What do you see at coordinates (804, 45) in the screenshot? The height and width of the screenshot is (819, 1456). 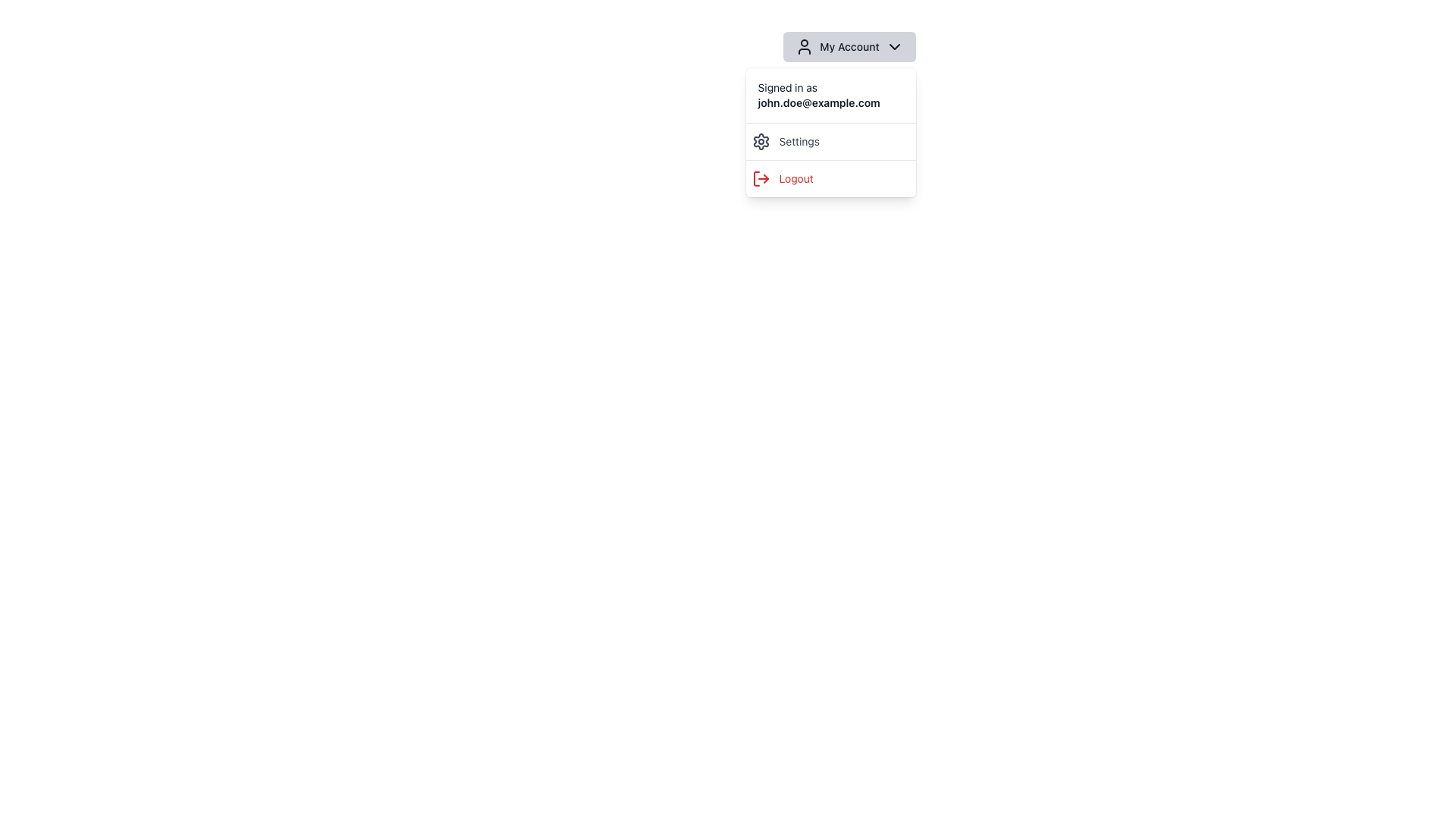 I see `the user icon located to the left of the 'My Account' button, which is represented by a circular head shape with a semi-circular body below` at bounding box center [804, 45].